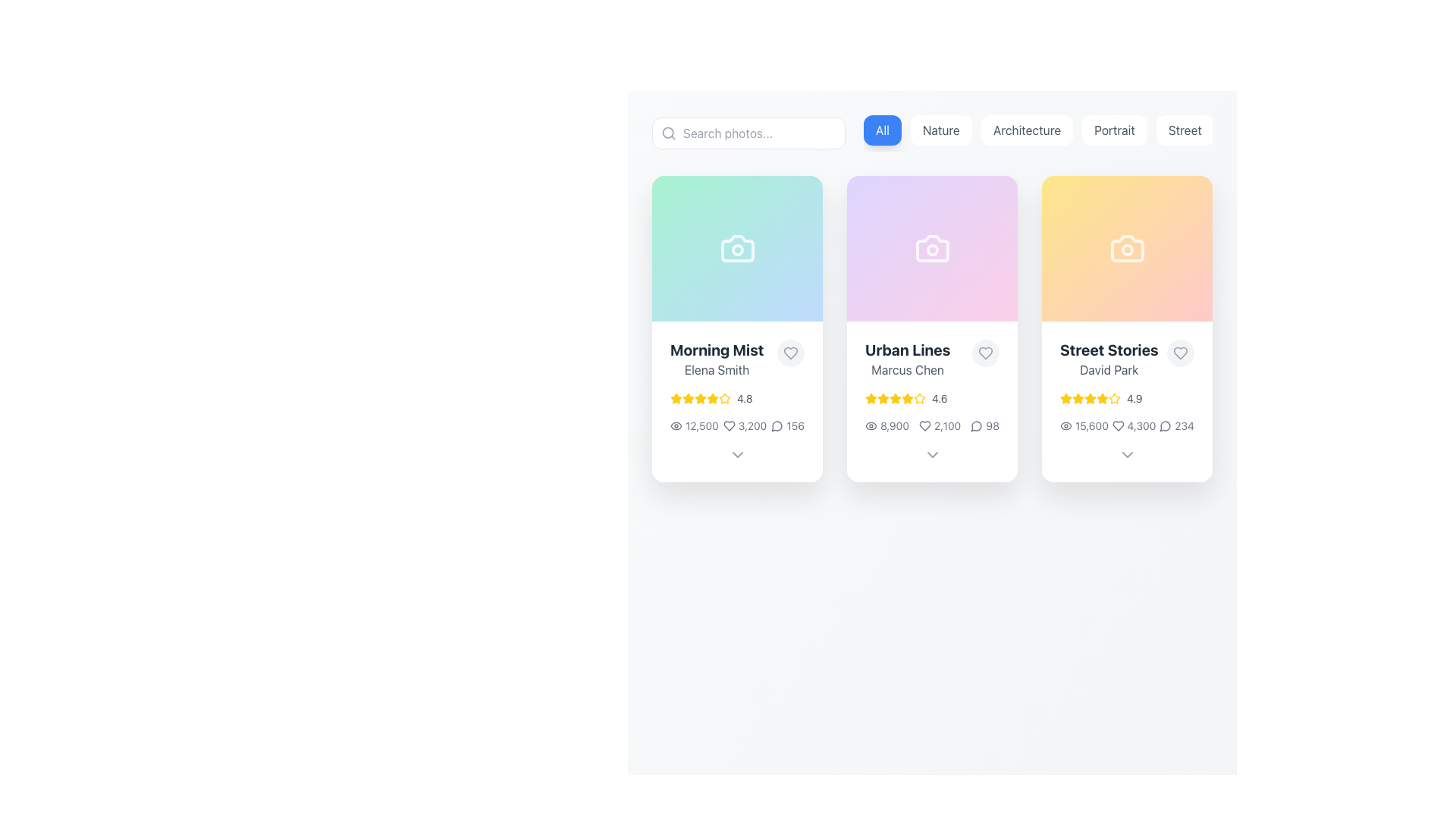  Describe the element at coordinates (1118, 426) in the screenshot. I see `the heart-shaped icon in the top-right corner of the 'Street Stories, David Park' card` at that location.